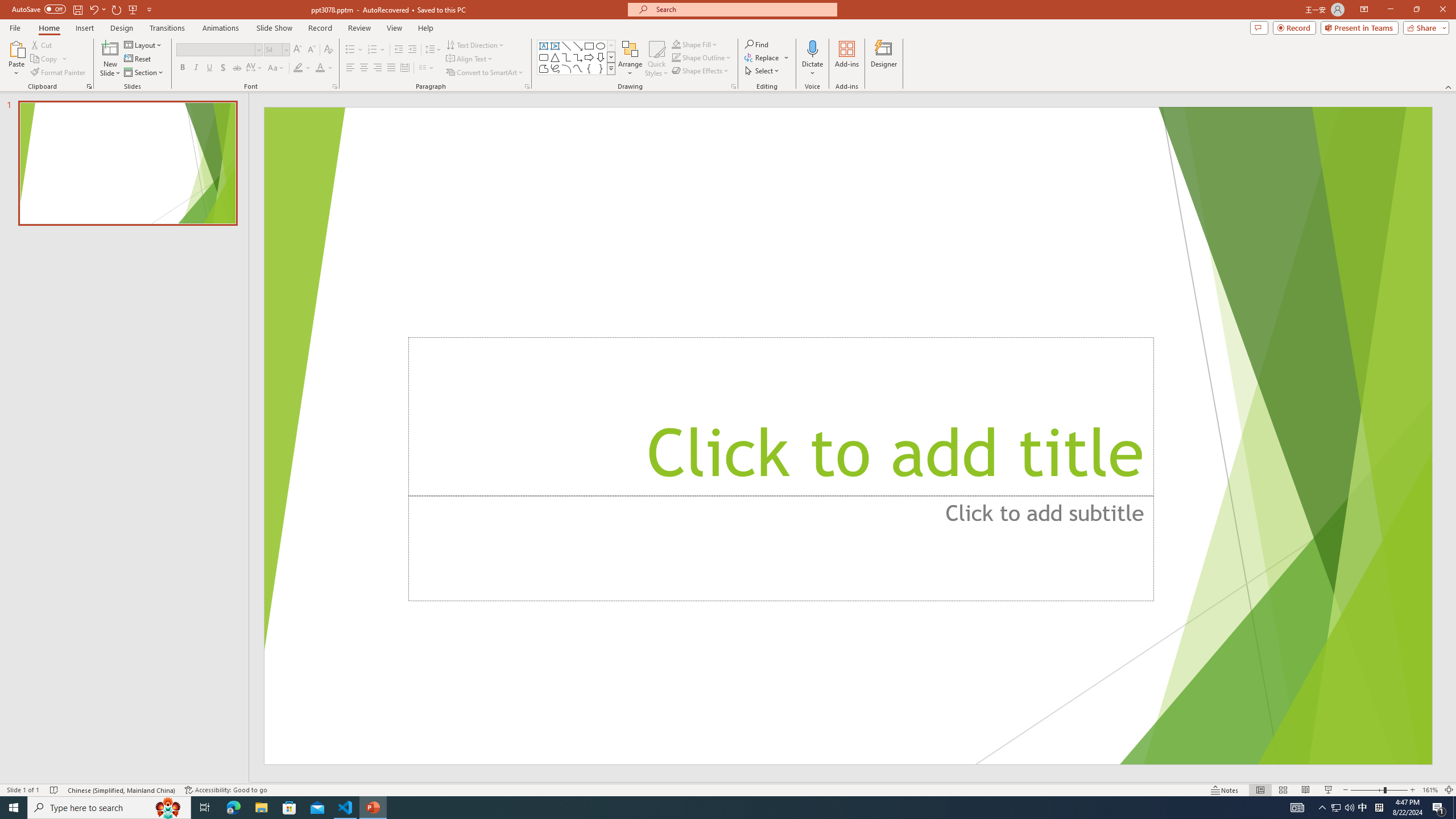 This screenshot has width=1456, height=819. I want to click on 'Paste', so click(16, 59).